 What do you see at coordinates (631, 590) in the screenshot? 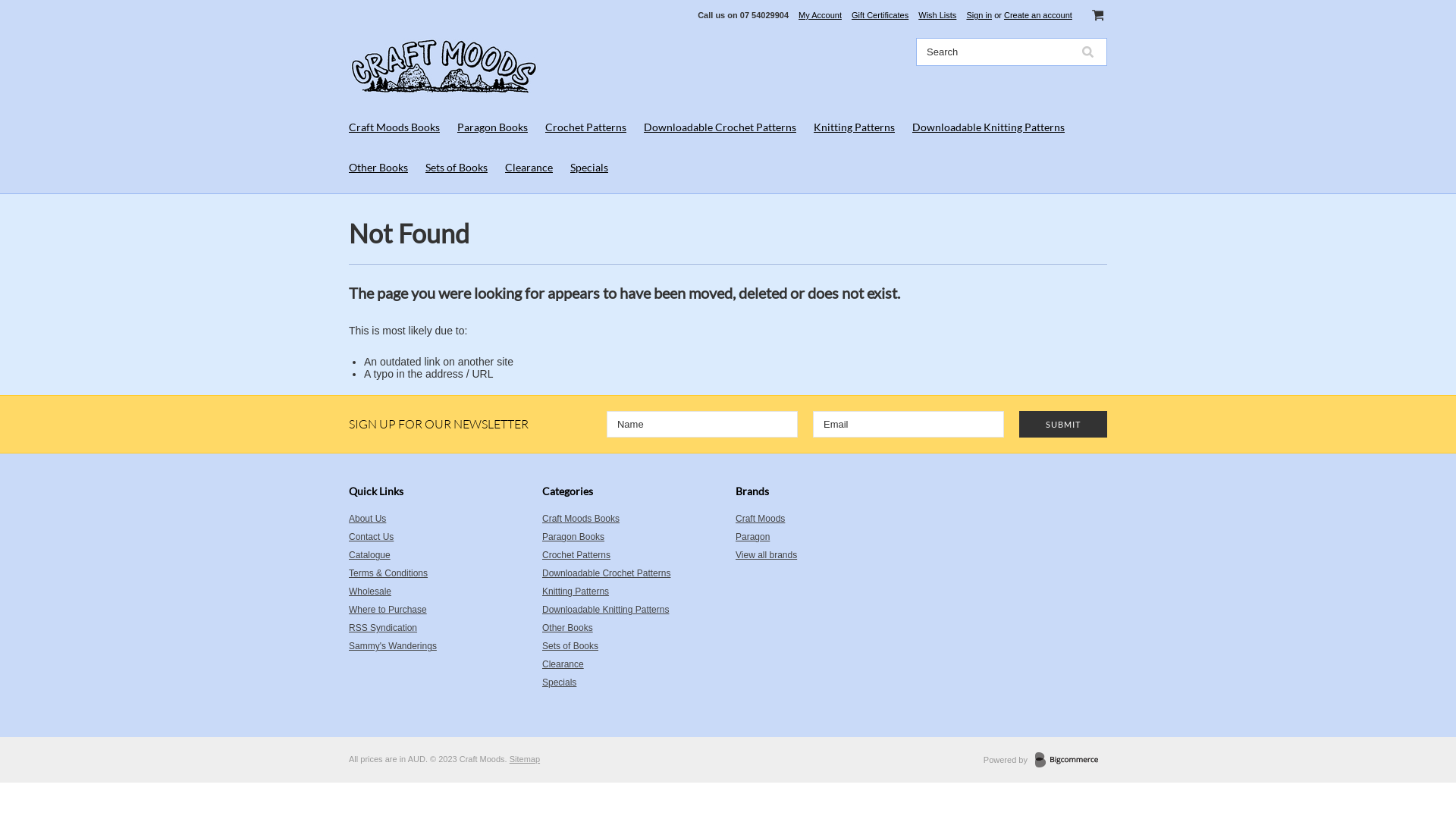
I see `'Knitting Patterns'` at bounding box center [631, 590].